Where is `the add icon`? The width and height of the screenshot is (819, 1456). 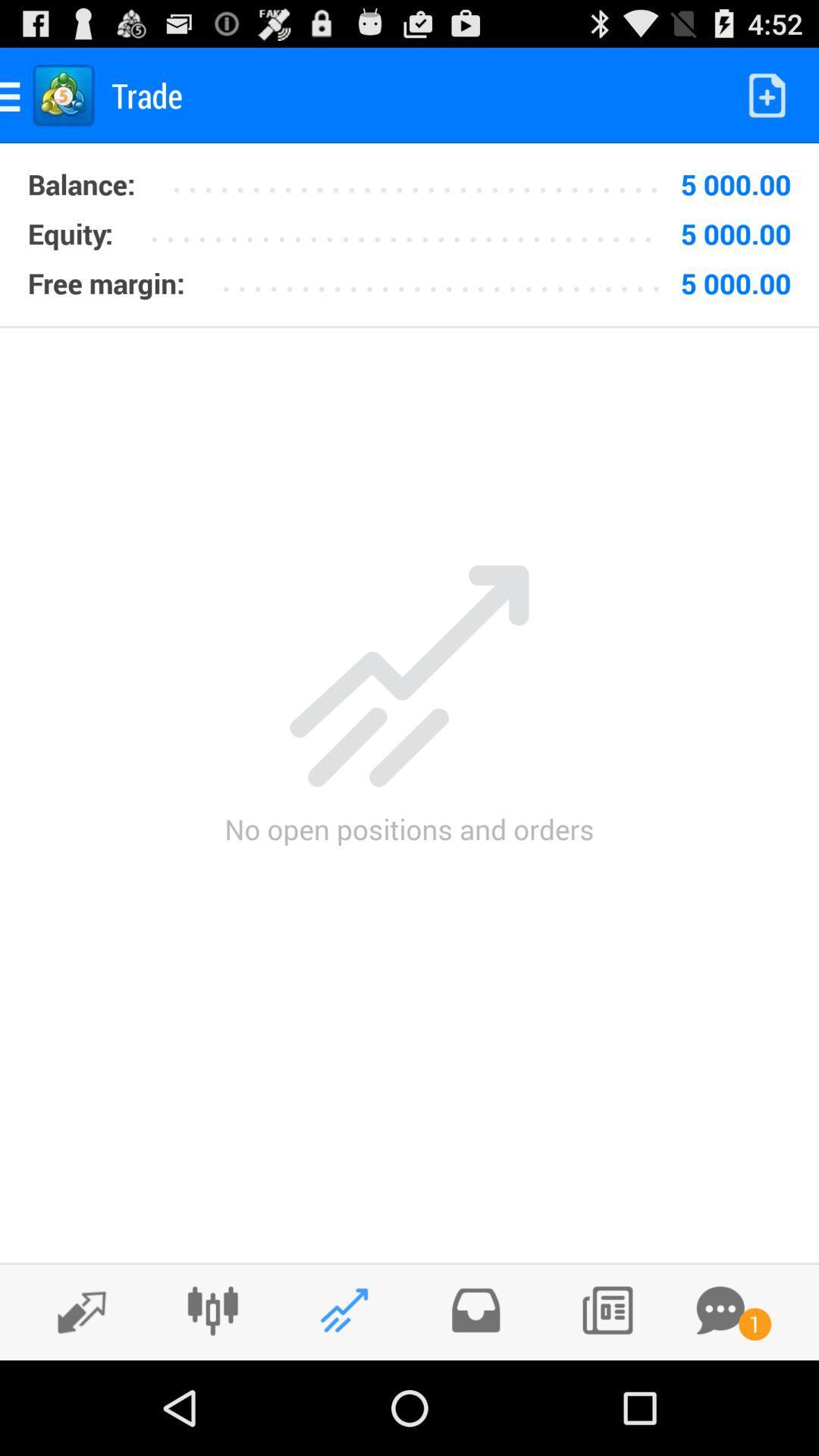
the add icon is located at coordinates (475, 1401).